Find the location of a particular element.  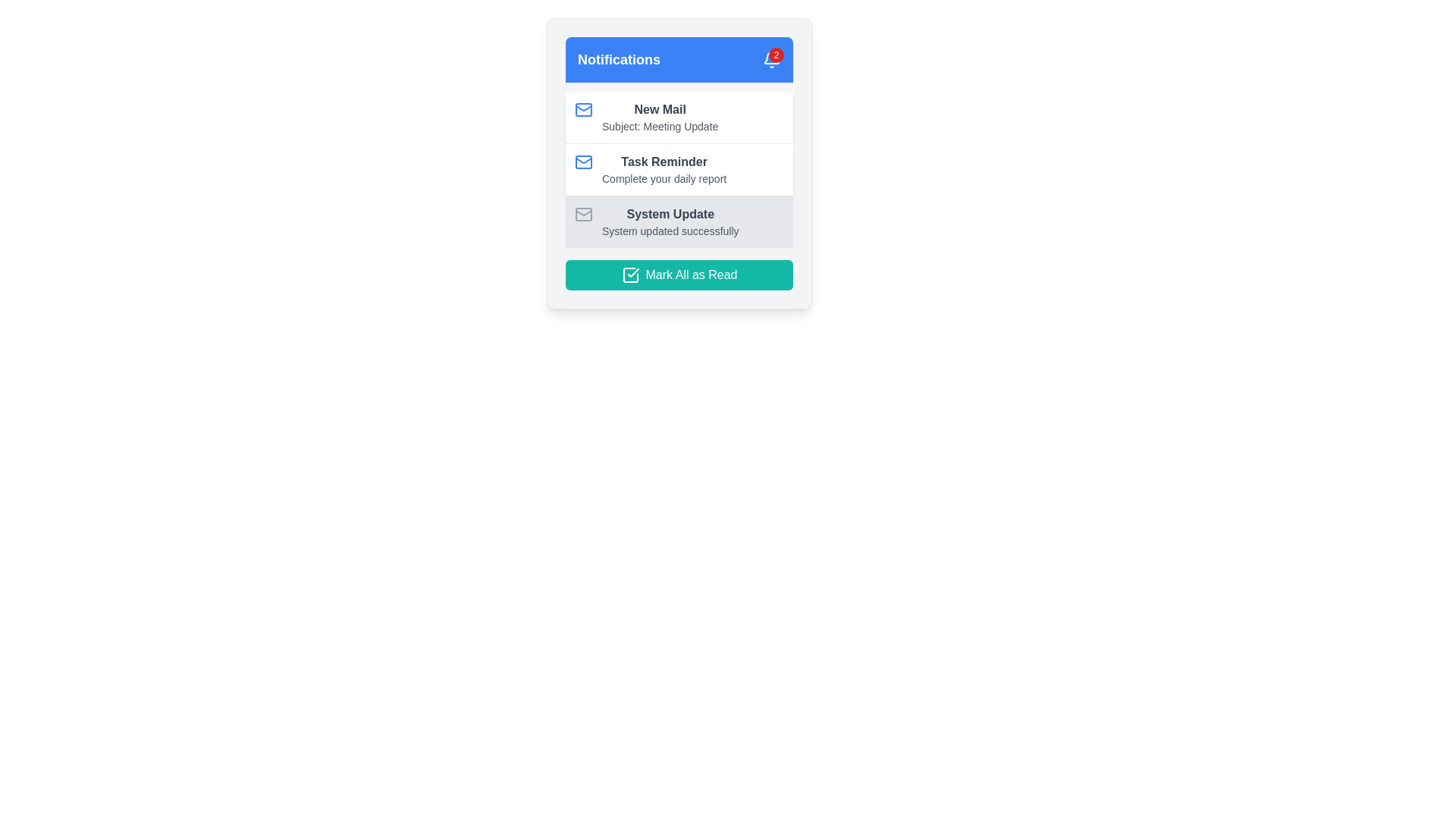

the second notification item in the notification panel, which summarizes a task reminder is located at coordinates (664, 169).